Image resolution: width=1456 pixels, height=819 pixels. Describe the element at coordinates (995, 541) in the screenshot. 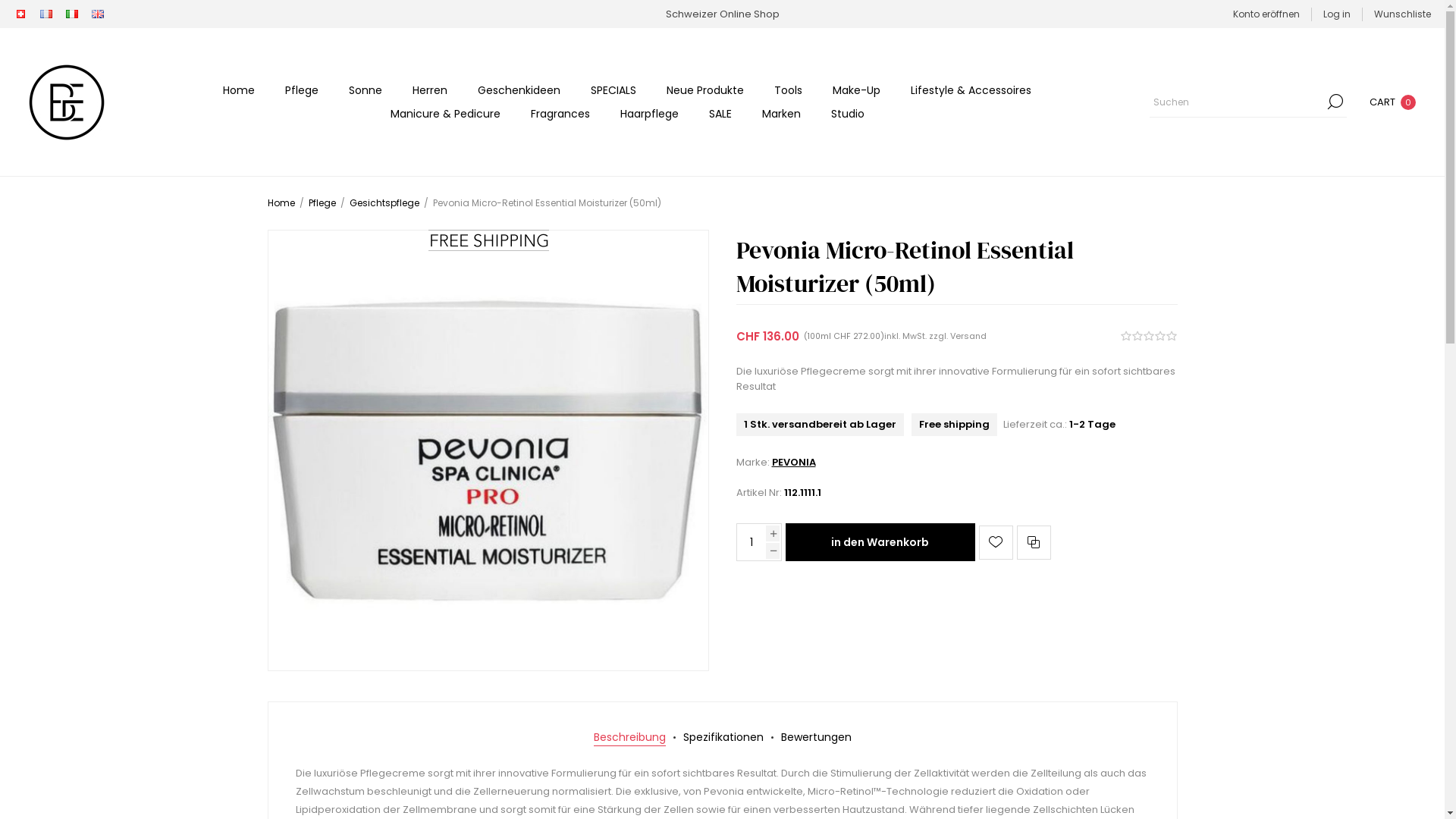

I see `'Auf die Wunschliste'` at that location.